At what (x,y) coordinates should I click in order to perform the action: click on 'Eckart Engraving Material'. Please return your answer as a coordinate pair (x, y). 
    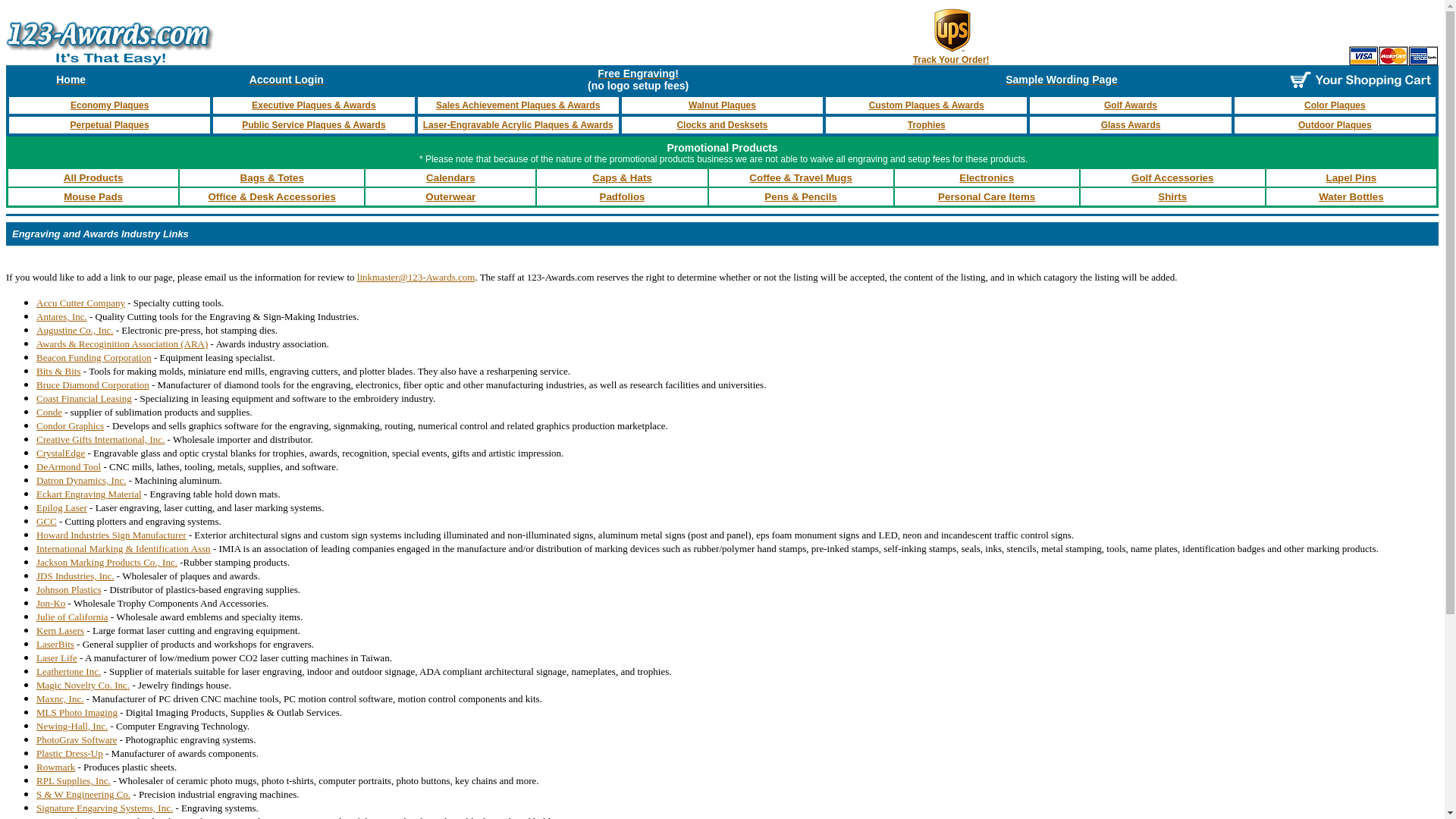
    Looking at the image, I should click on (88, 494).